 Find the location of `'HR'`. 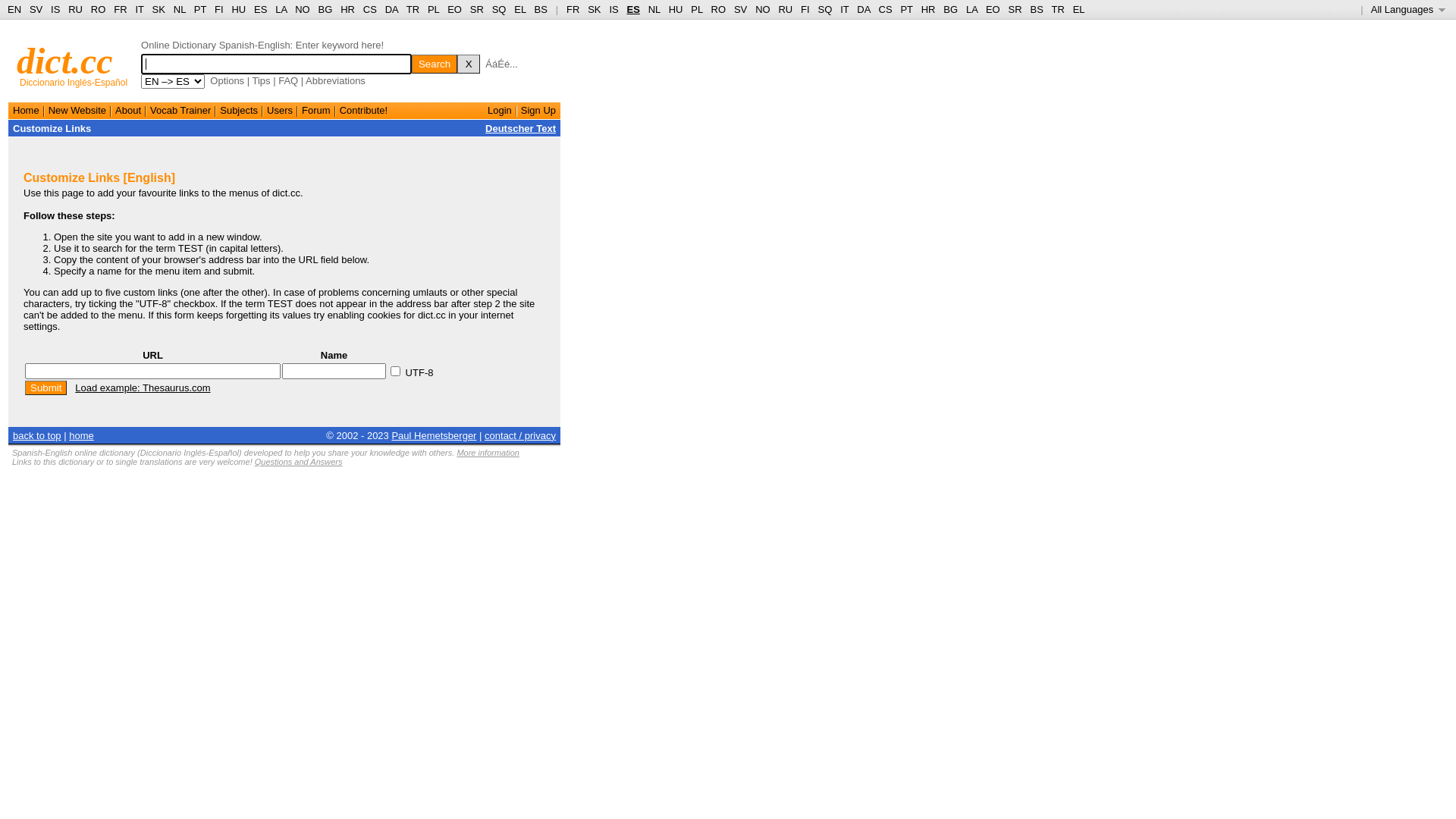

'HR' is located at coordinates (347, 9).